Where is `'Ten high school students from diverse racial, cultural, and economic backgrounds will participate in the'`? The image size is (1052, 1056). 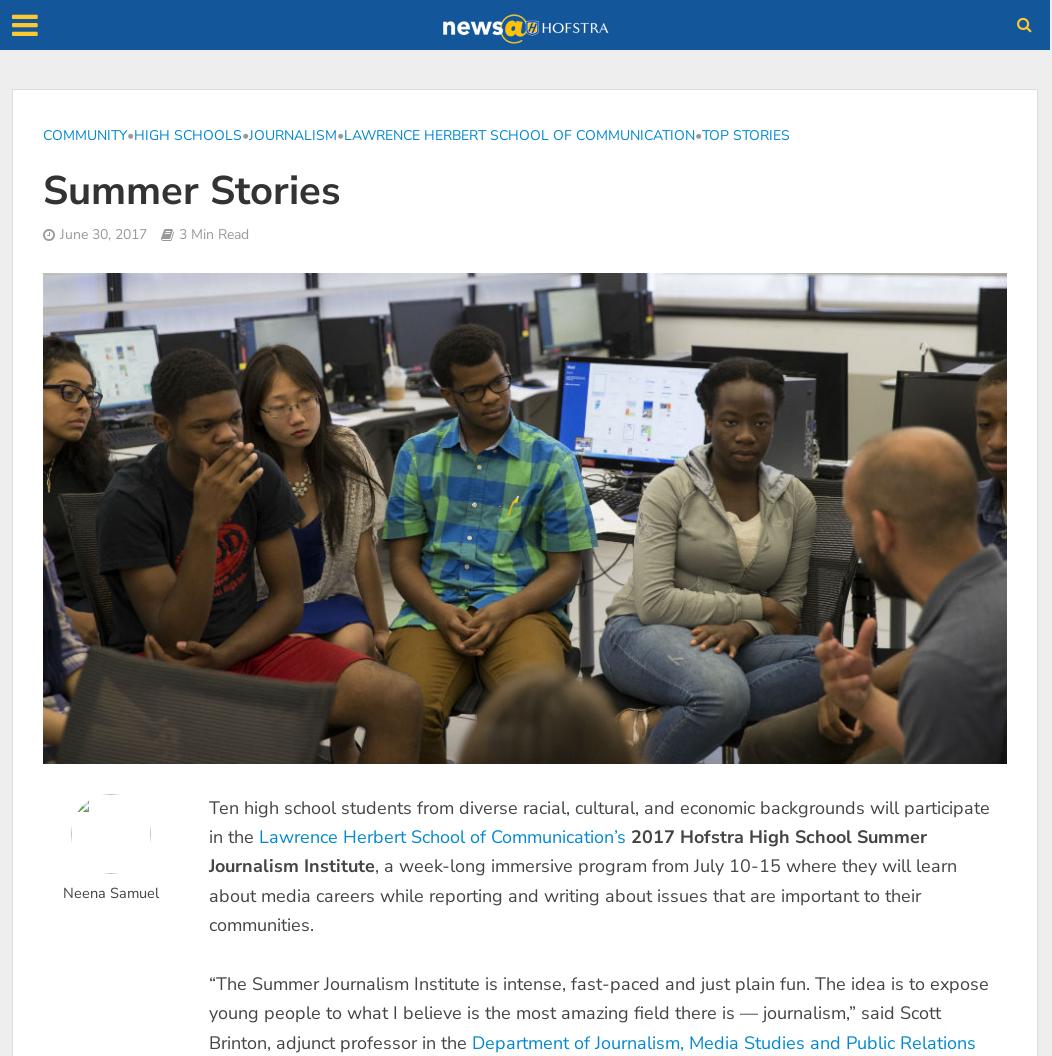 'Ten high school students from diverse racial, cultural, and economic backgrounds will participate in the' is located at coordinates (597, 821).